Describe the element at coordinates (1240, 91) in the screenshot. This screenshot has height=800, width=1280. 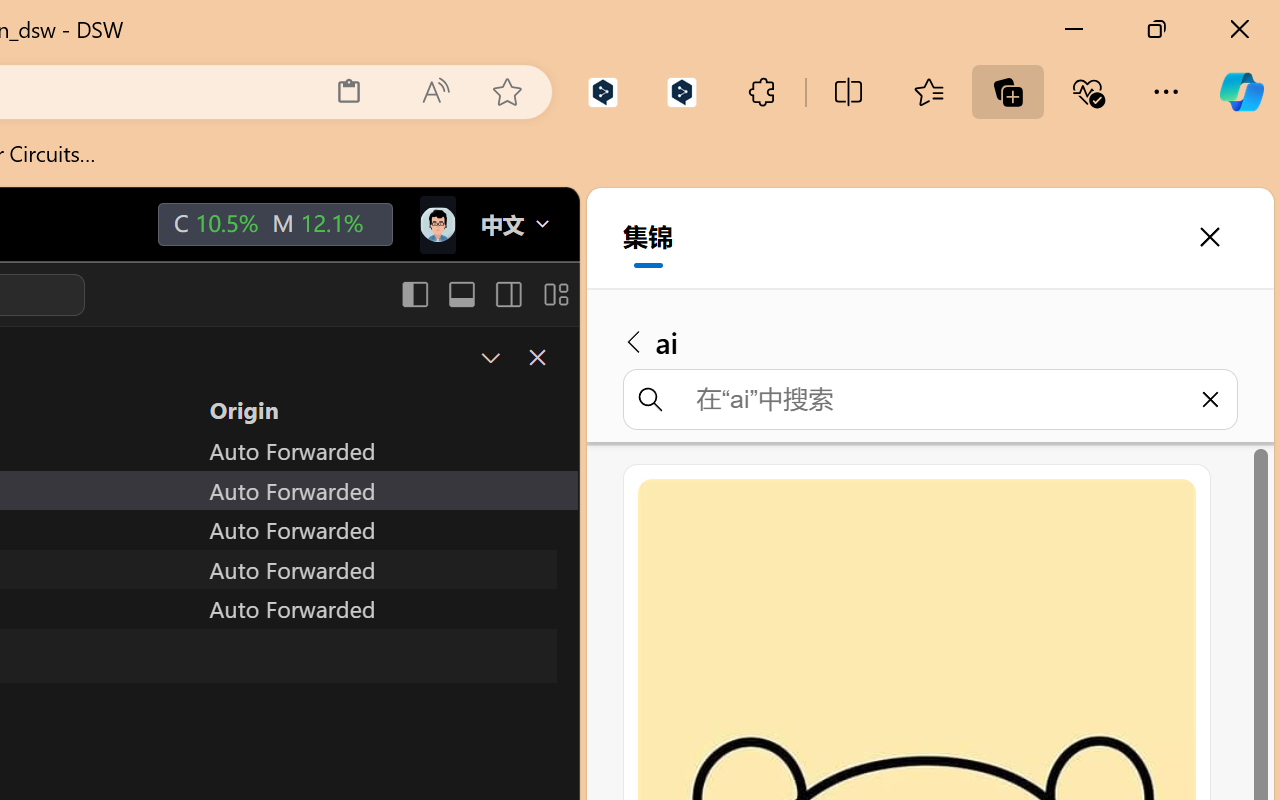
I see `'Copilot (Ctrl+Shift+.)'` at that location.